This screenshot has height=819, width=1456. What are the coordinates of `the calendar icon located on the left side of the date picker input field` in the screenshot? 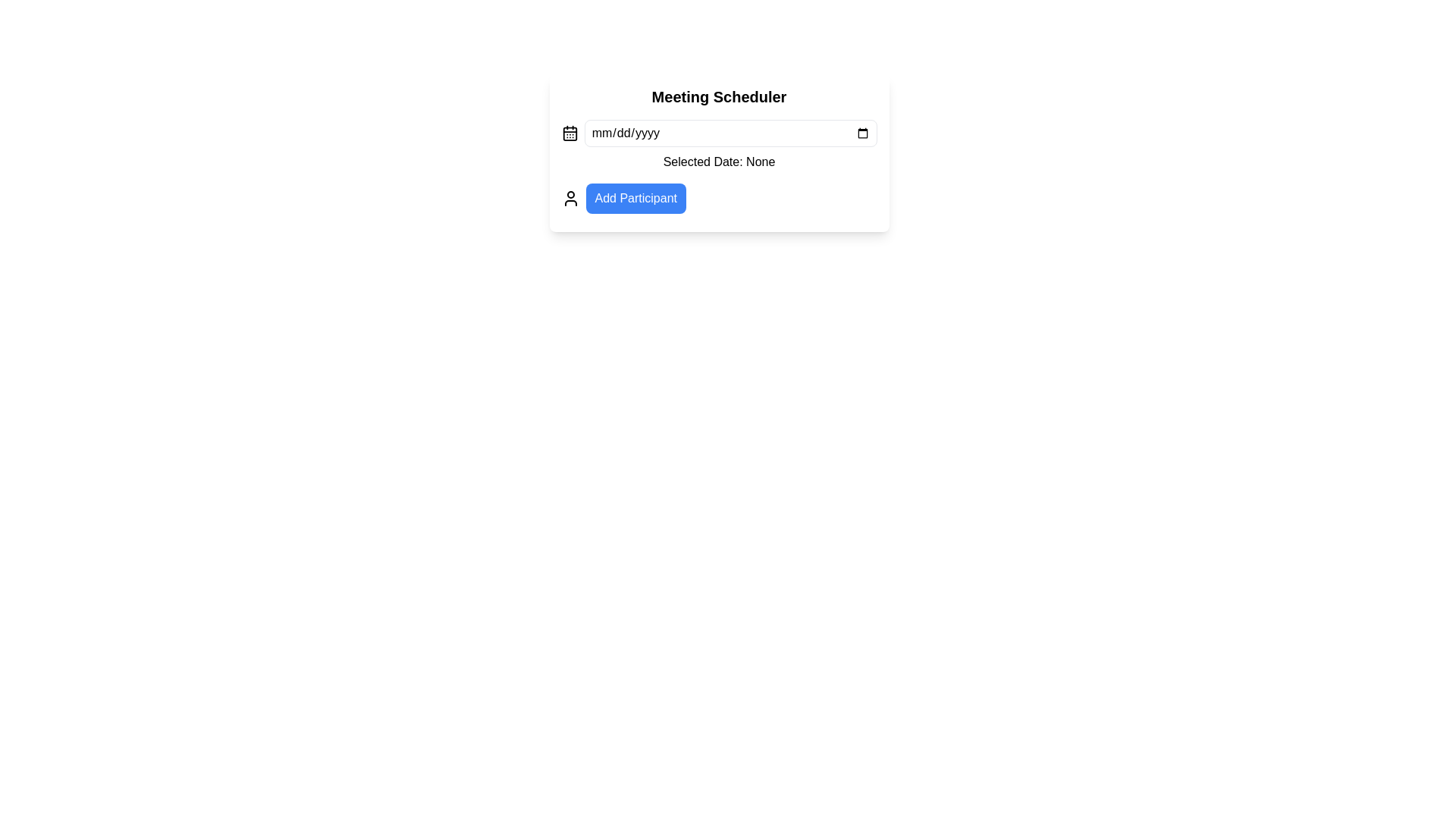 It's located at (569, 133).